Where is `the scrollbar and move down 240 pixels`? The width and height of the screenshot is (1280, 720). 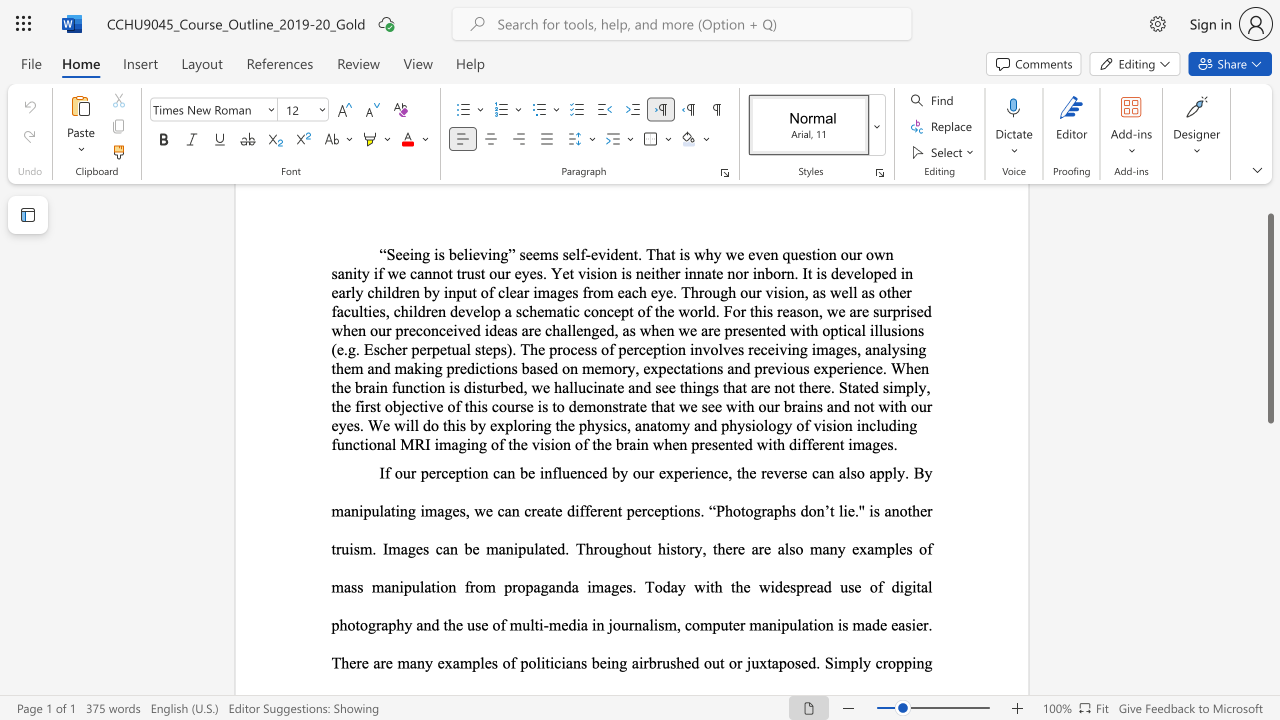 the scrollbar and move down 240 pixels is located at coordinates (1269, 317).